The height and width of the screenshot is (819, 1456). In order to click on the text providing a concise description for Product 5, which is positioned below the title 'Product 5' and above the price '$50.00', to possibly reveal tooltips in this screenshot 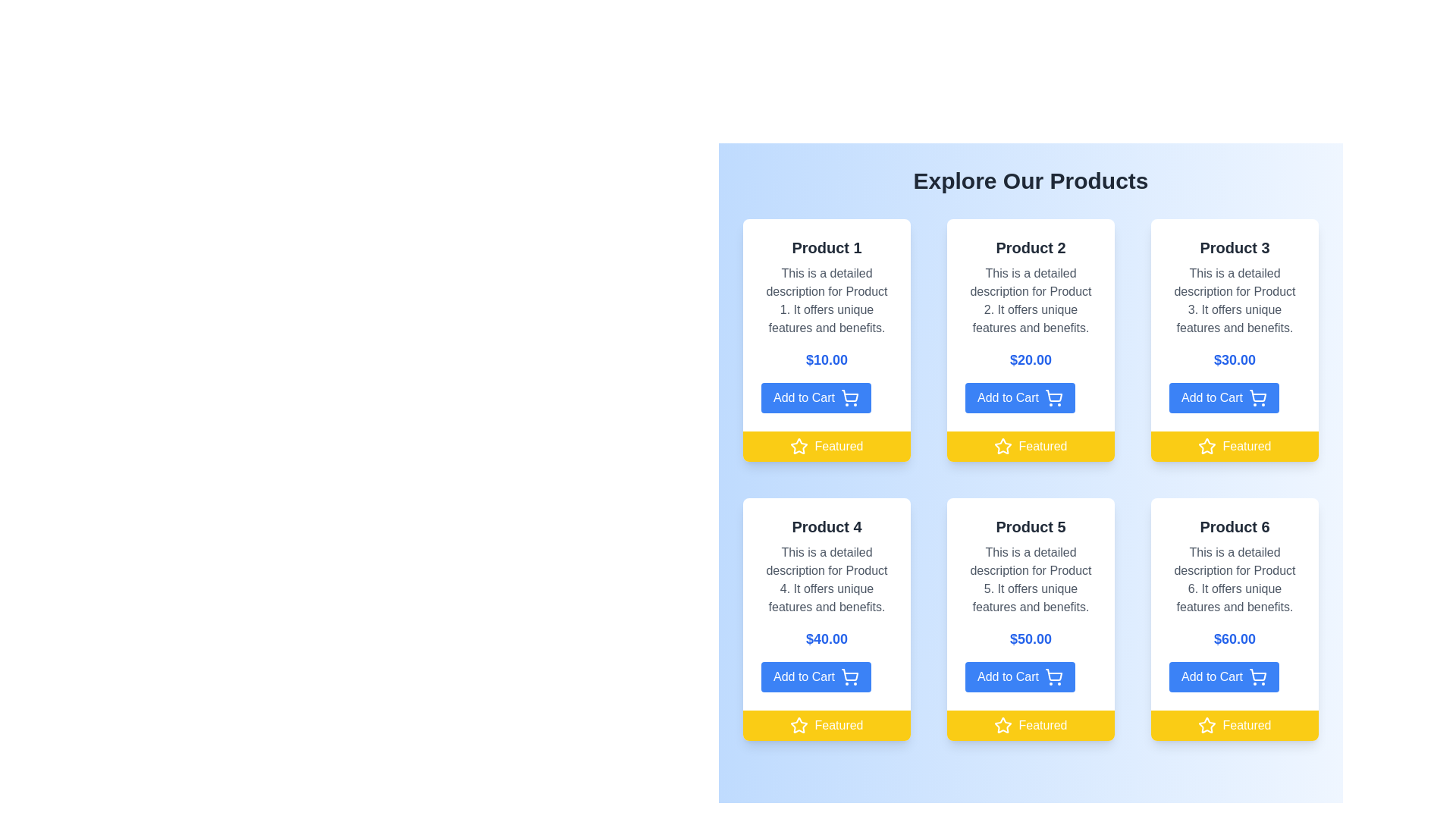, I will do `click(1031, 579)`.